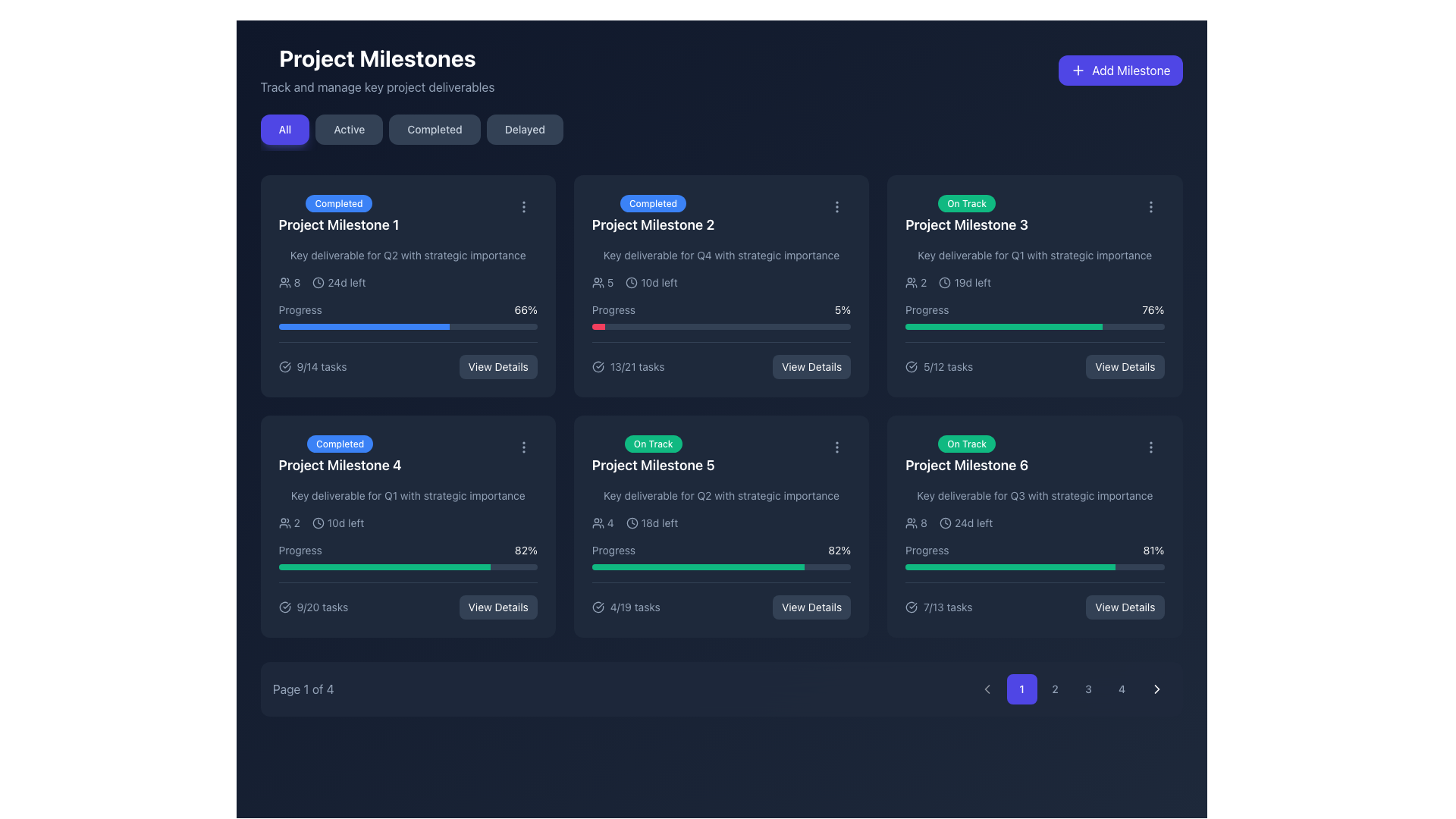 Image resolution: width=1456 pixels, height=819 pixels. Describe the element at coordinates (408, 214) in the screenshot. I see `the 'Completed' status badge with the title 'Project Milestone 1' in the top-left card of the grid layout` at that location.